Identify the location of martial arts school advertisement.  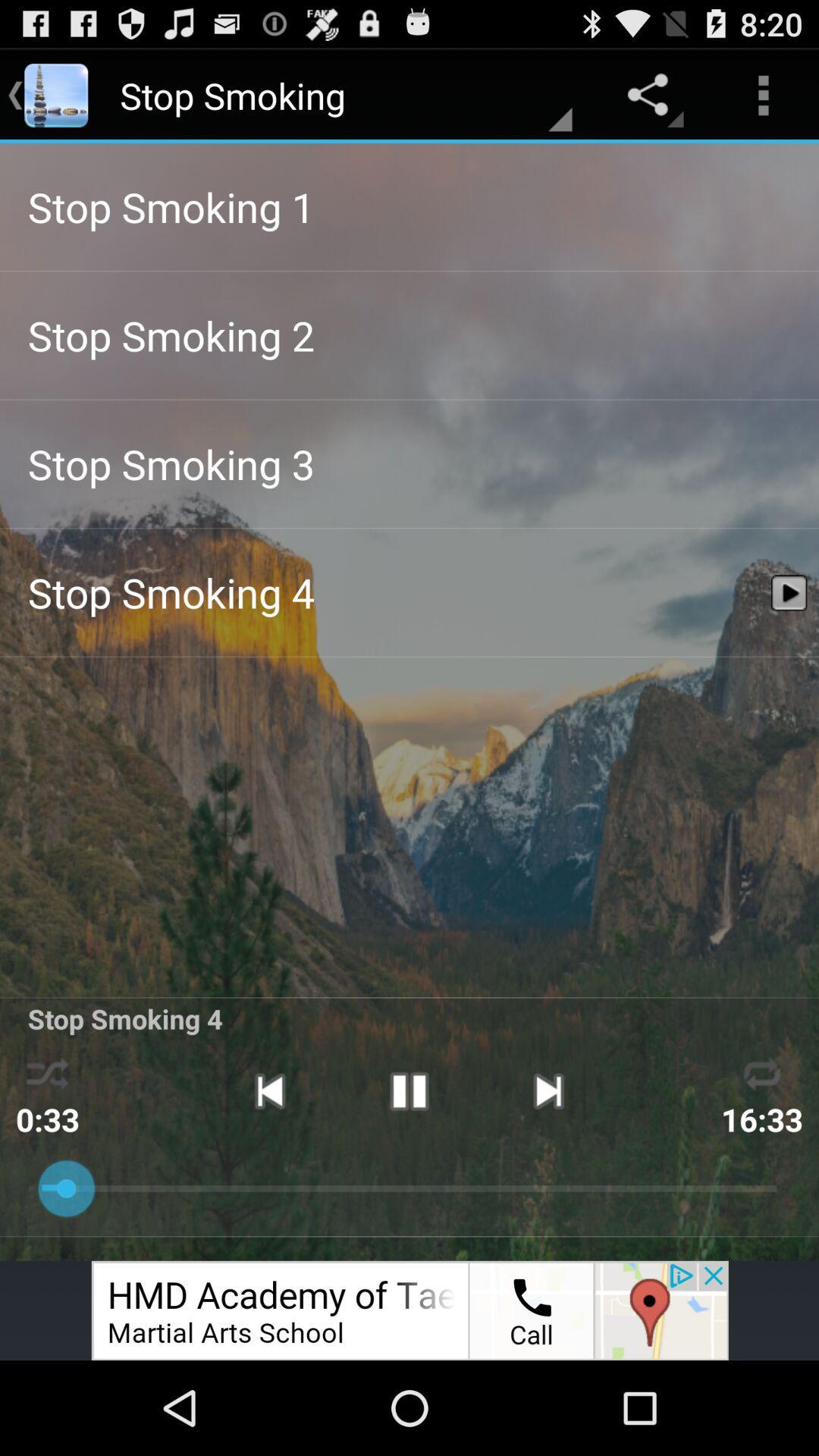
(409, 1310).